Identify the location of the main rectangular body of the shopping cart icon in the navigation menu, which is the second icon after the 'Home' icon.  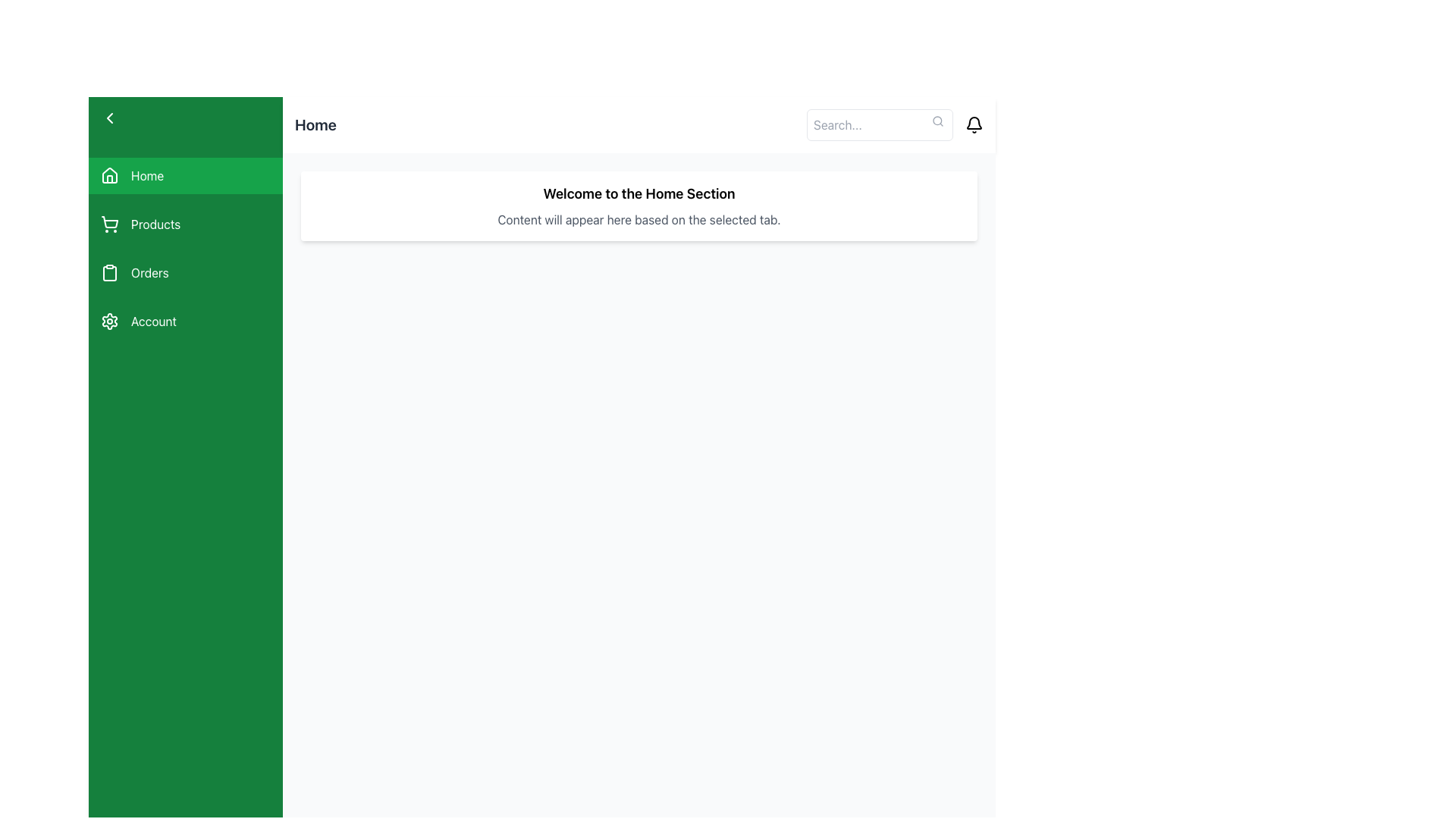
(109, 222).